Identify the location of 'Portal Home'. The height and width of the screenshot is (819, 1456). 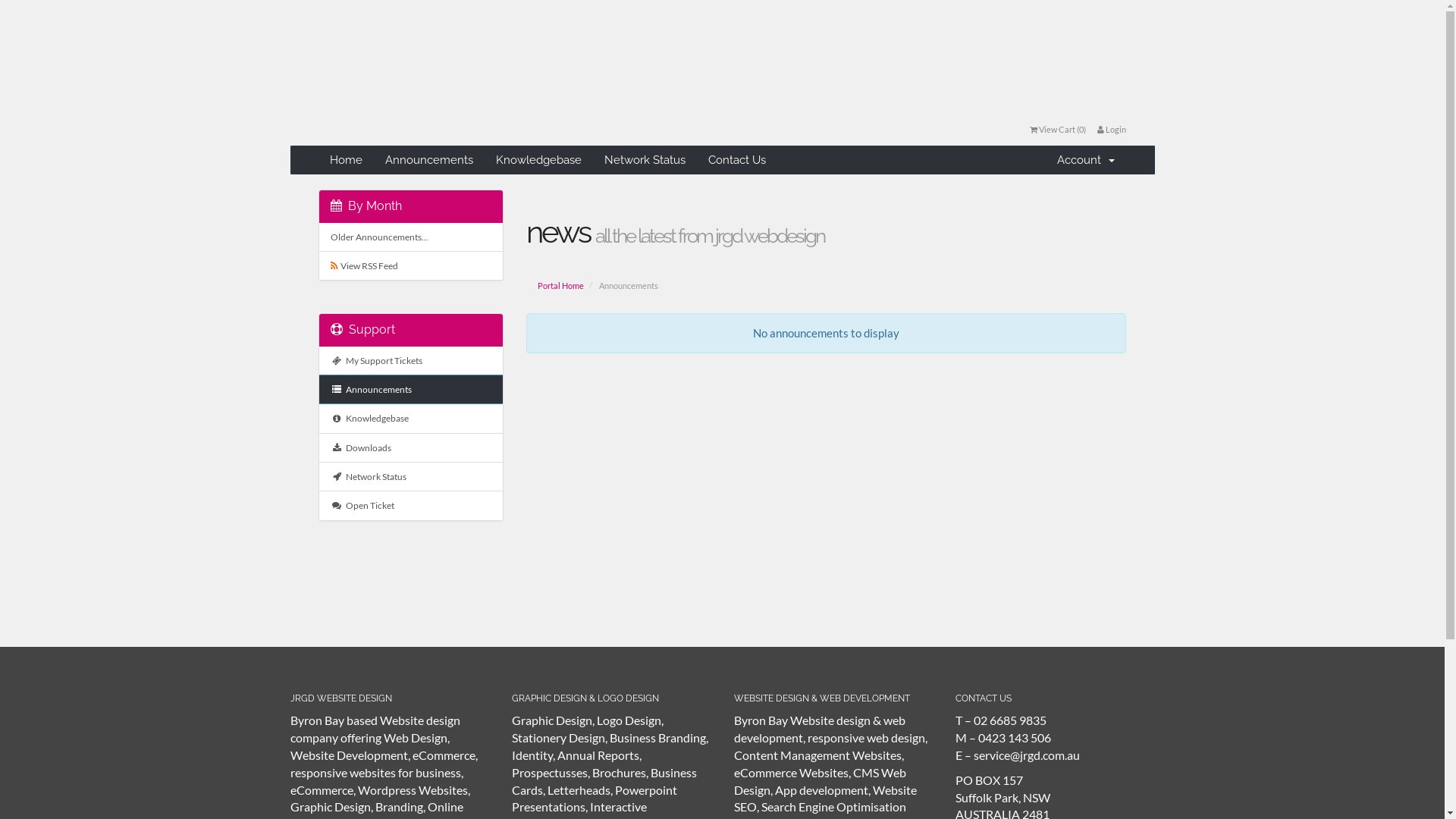
(560, 286).